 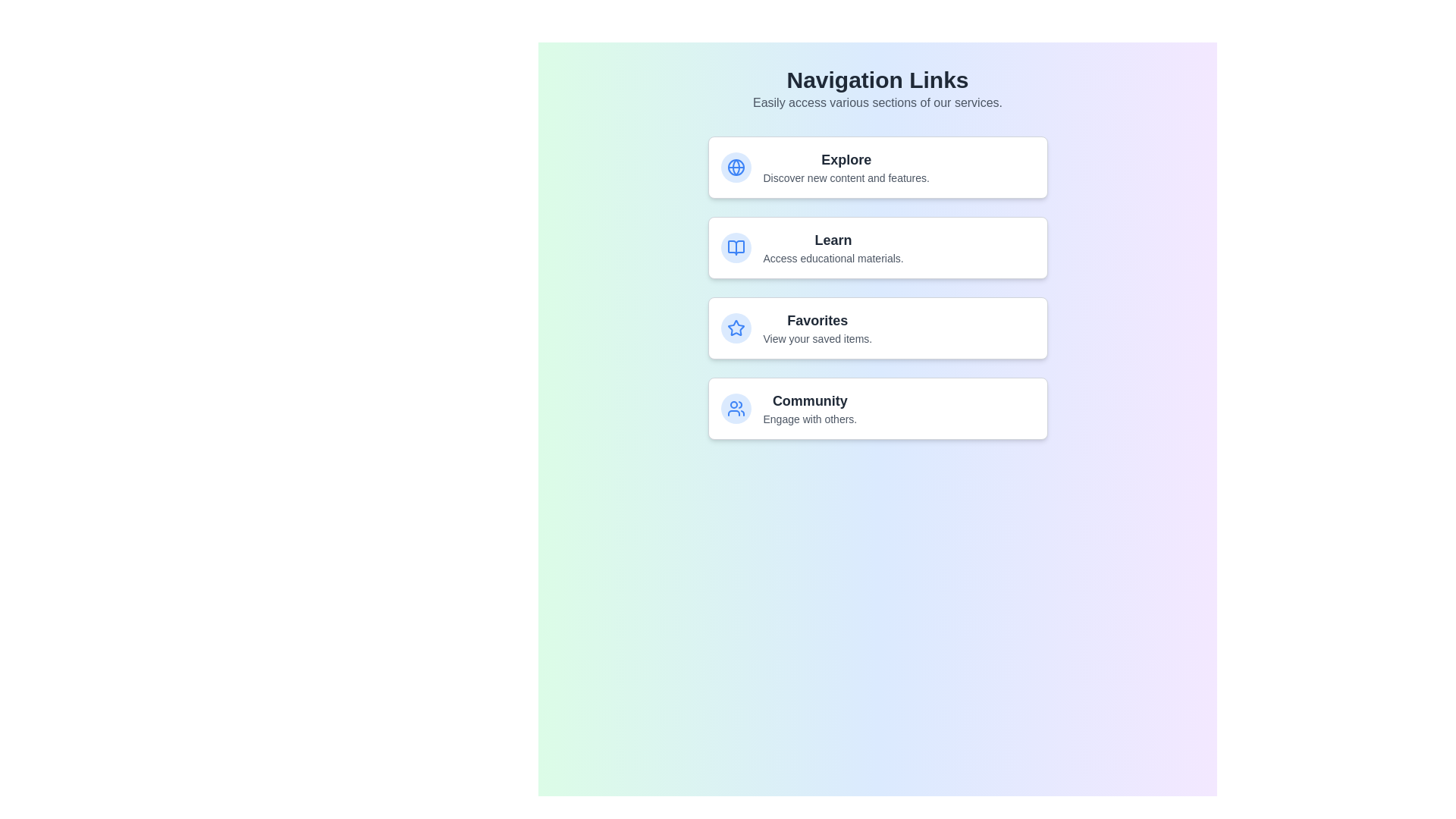 I want to click on descriptive text located in the 'Favorites' section, positioned beneath the 'Favorites' title, so click(x=817, y=338).